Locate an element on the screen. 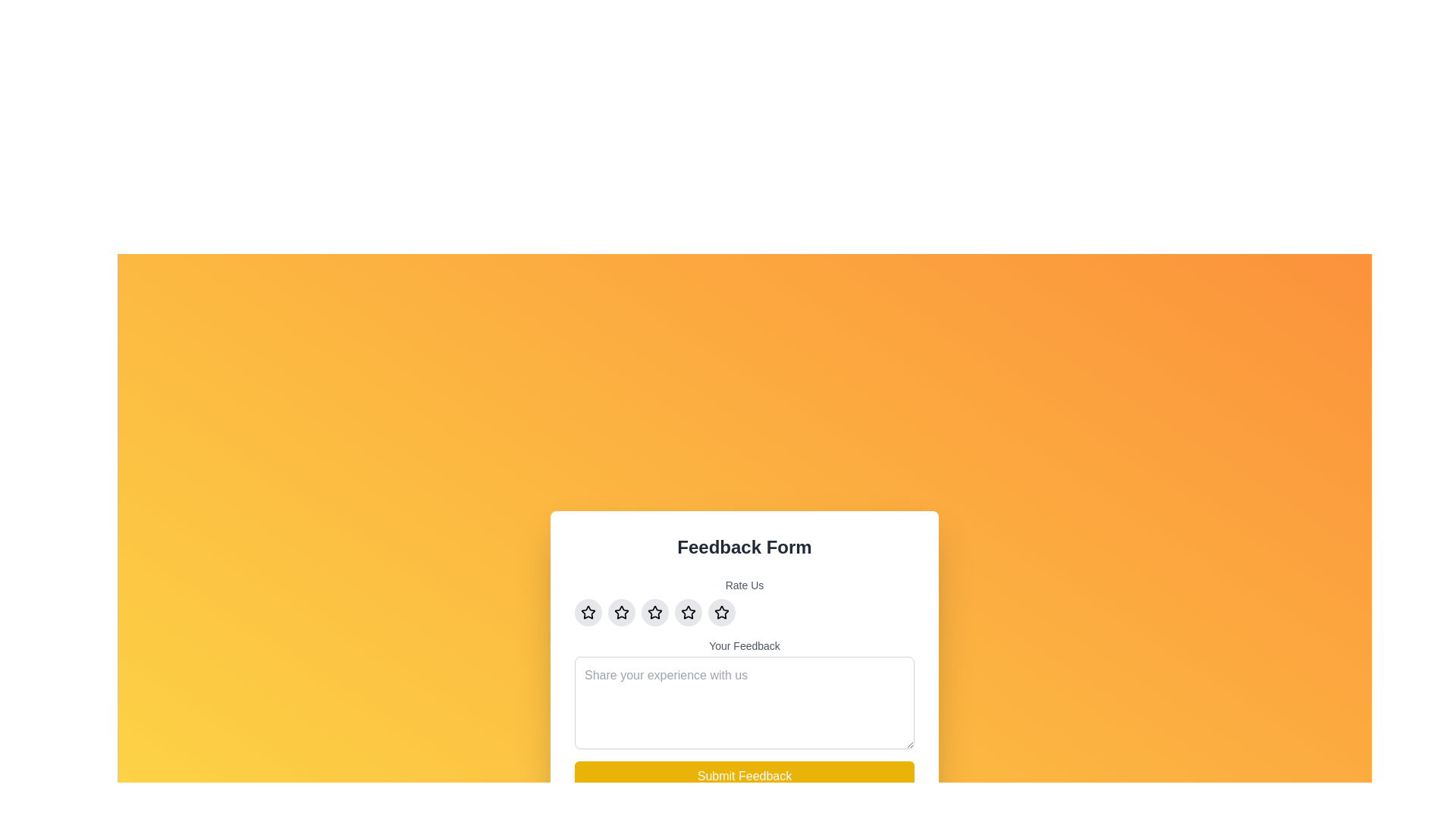 The width and height of the screenshot is (1456, 819). the fourth star-shaped icon from the left in the row of five rating stars below the 'Rate Us' text is located at coordinates (720, 611).